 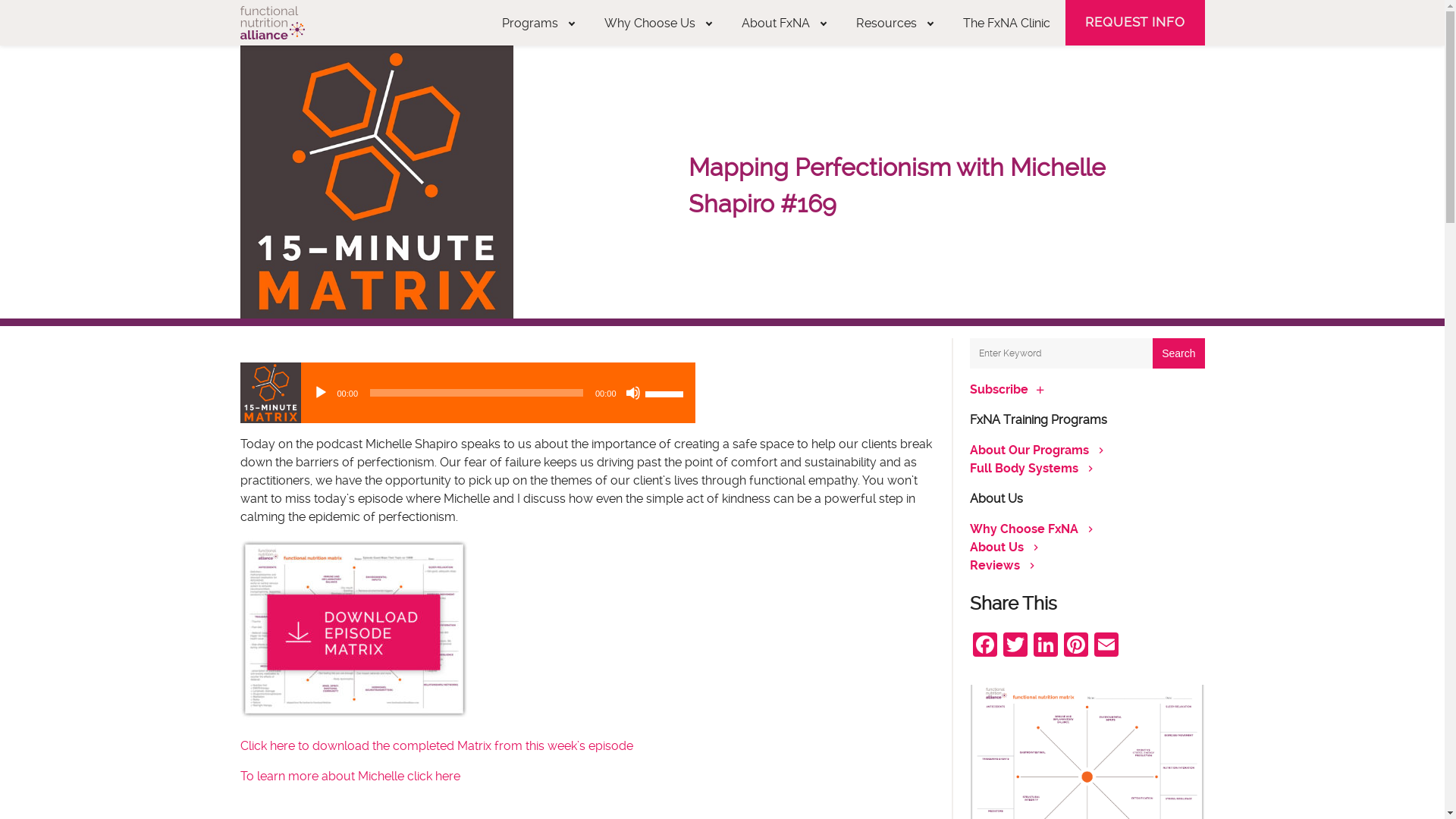 What do you see at coordinates (538, 23) in the screenshot?
I see `'Programs'` at bounding box center [538, 23].